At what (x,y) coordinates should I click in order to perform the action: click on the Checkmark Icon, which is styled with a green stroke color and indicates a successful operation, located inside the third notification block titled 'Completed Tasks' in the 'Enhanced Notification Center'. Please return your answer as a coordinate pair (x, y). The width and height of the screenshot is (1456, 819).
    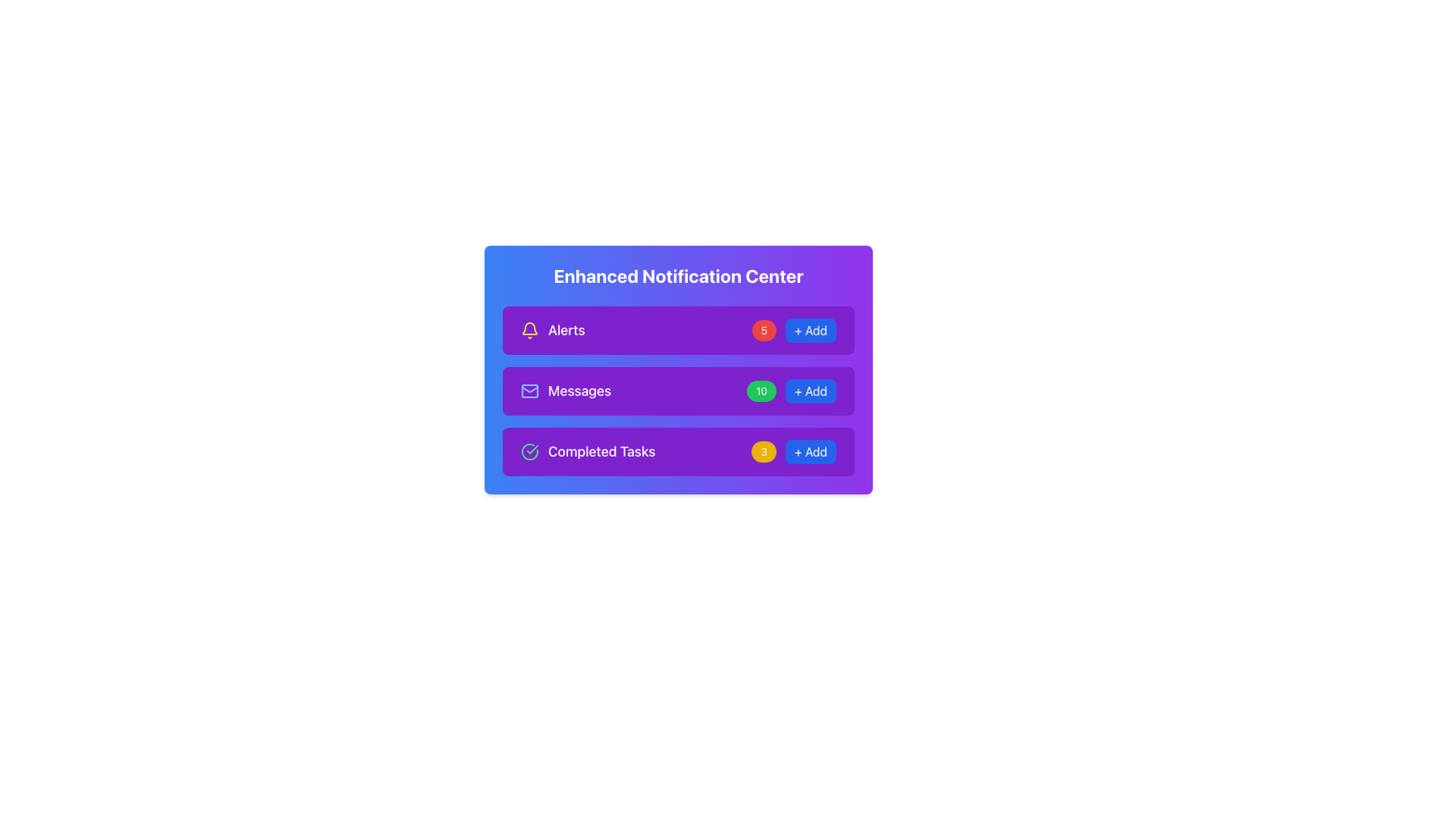
    Looking at the image, I should click on (532, 449).